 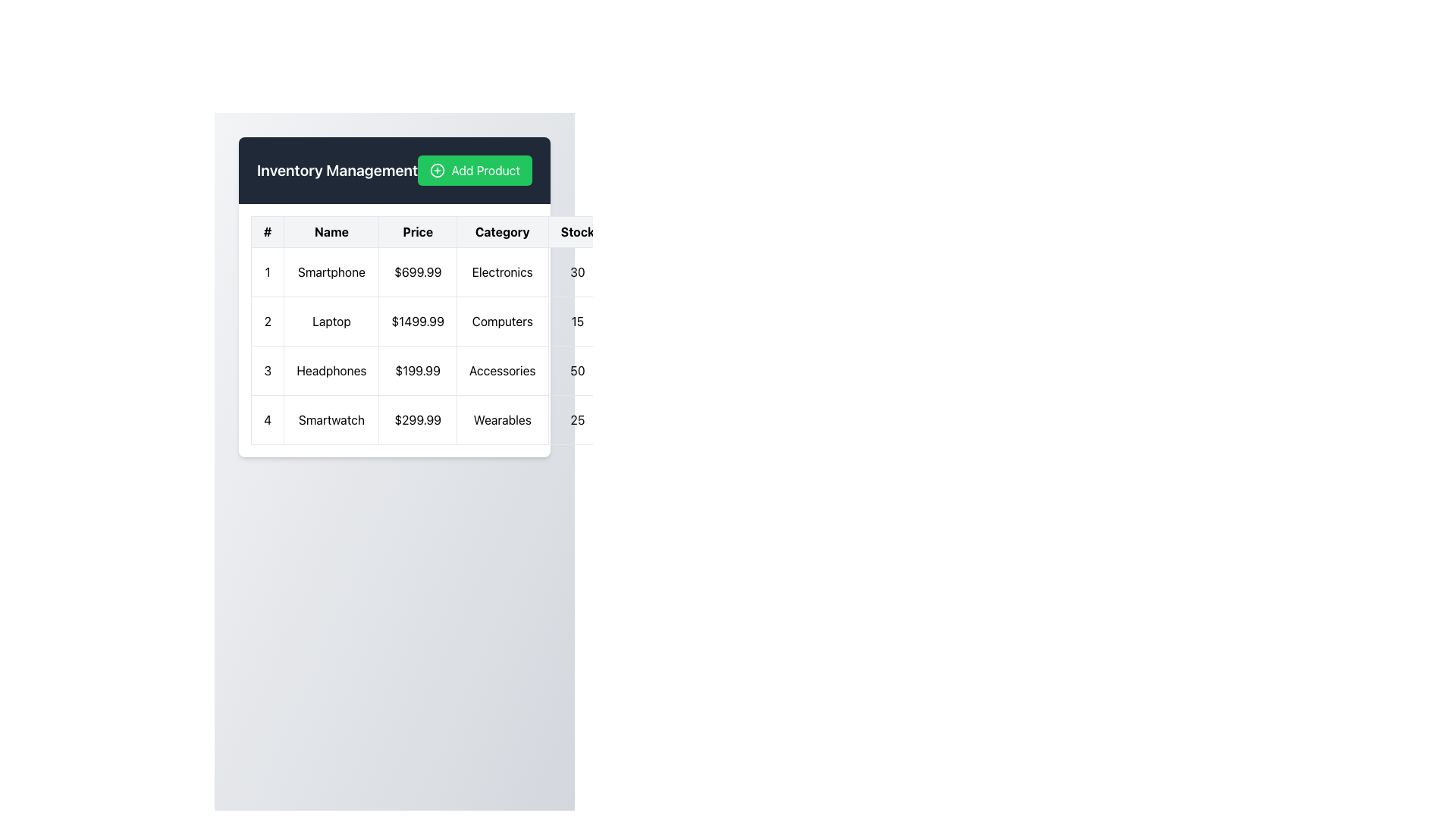 I want to click on the text cell displaying the price '$299.99', which is the third column entry in the fourth row of a table, aligned with similar cells, so click(x=418, y=420).